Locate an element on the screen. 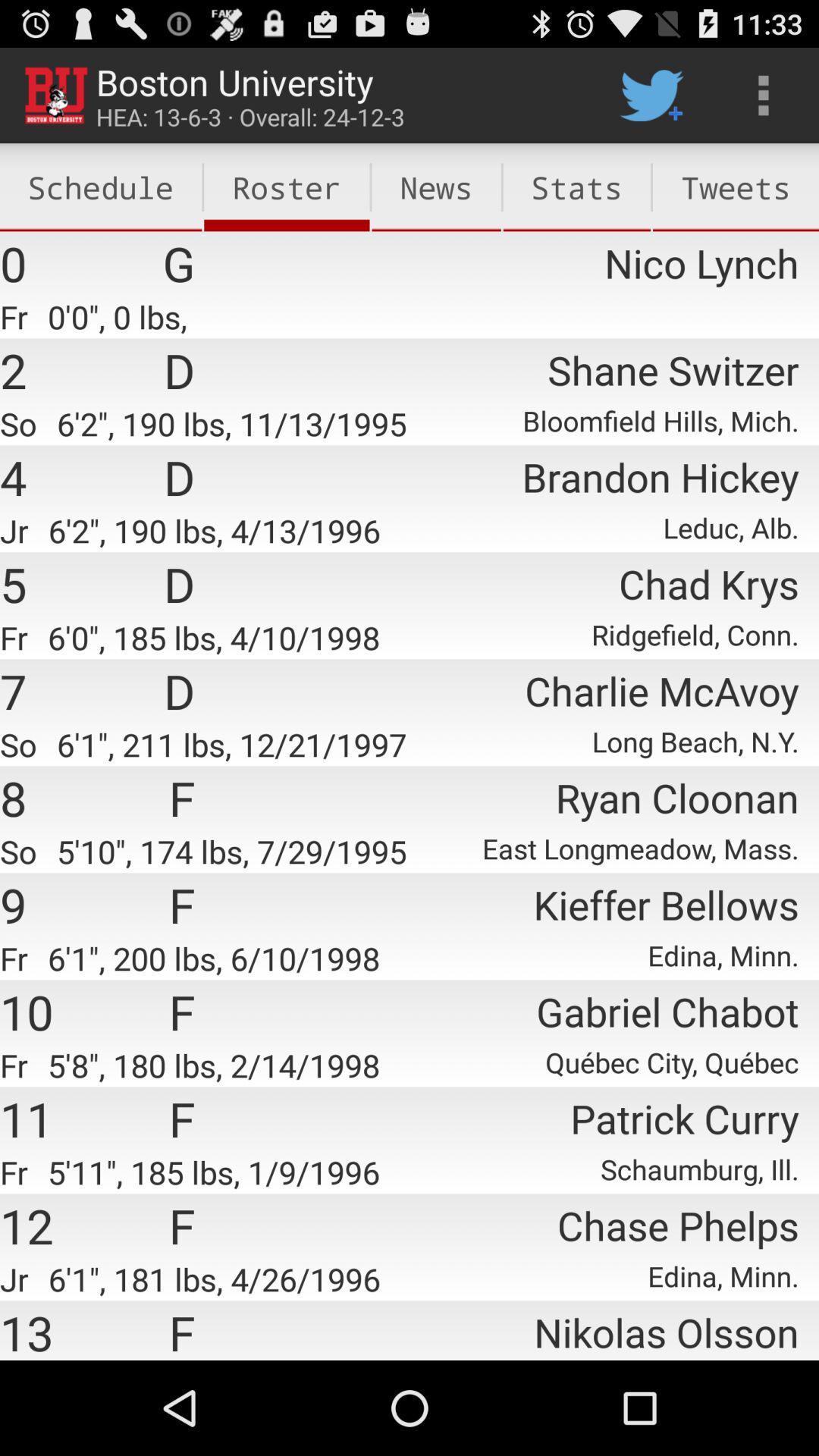  the news is located at coordinates (436, 187).